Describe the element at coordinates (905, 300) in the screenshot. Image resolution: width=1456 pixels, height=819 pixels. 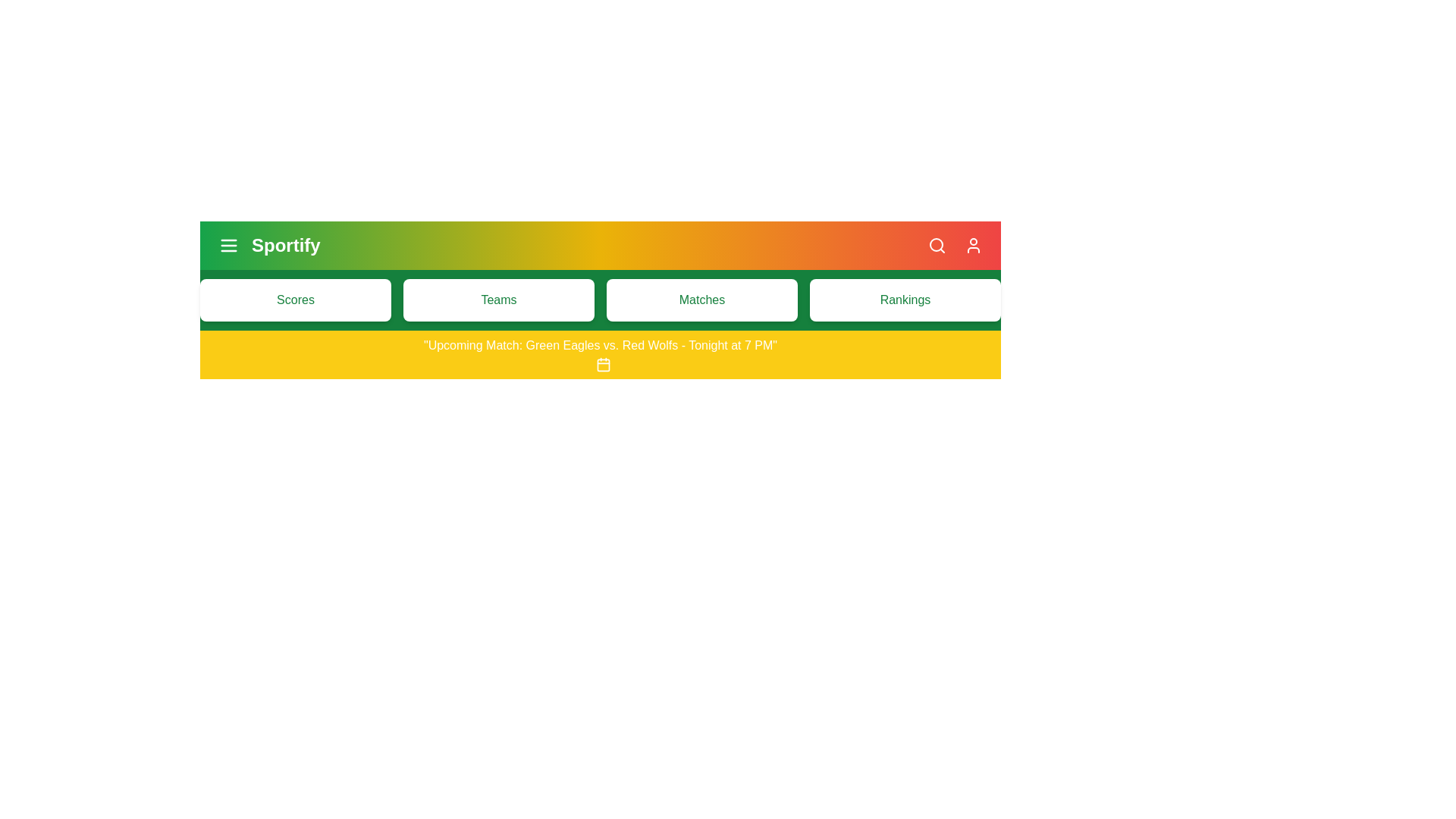
I see `the menu item Rankings from the navigation bar` at that location.